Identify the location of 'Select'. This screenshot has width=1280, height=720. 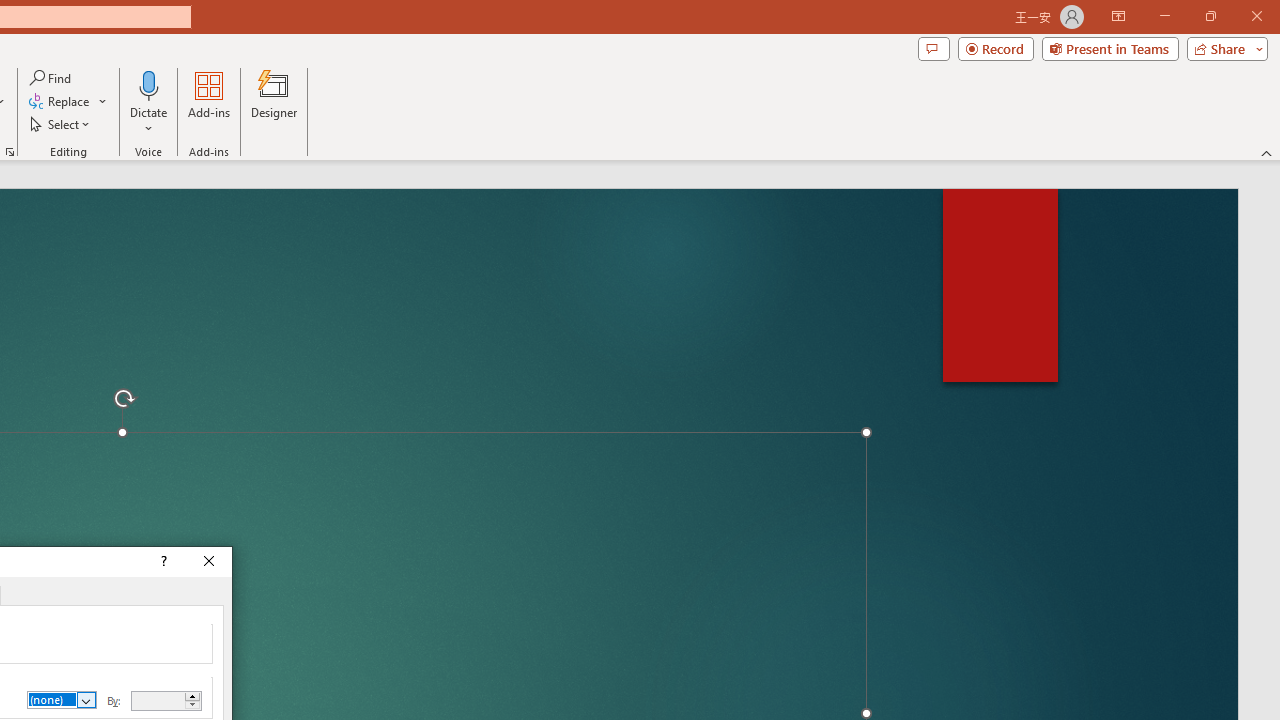
(61, 124).